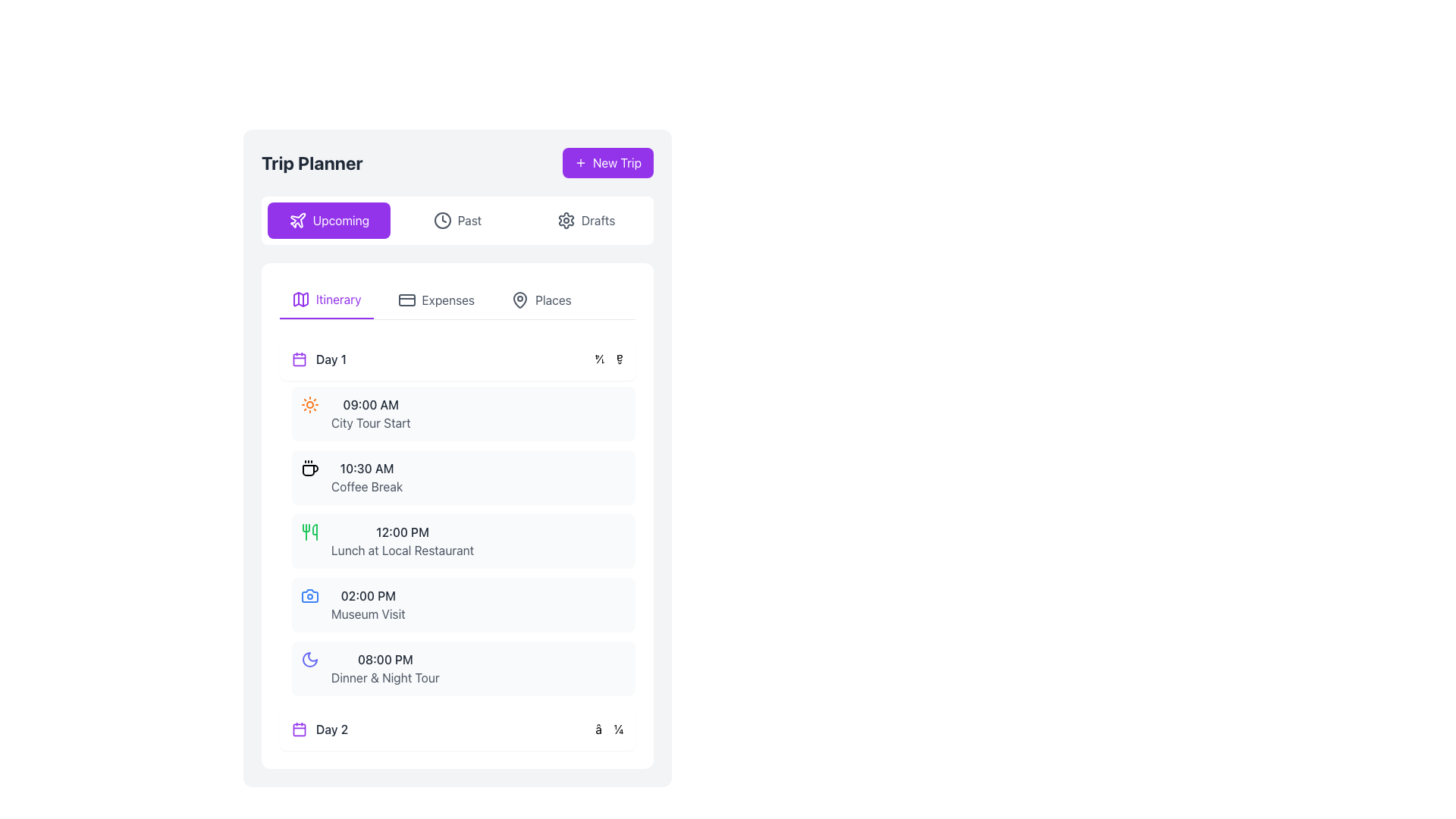 This screenshot has width=1456, height=819. I want to click on the upward-facing arrow icon next to the 'Day 1' label, so click(609, 359).